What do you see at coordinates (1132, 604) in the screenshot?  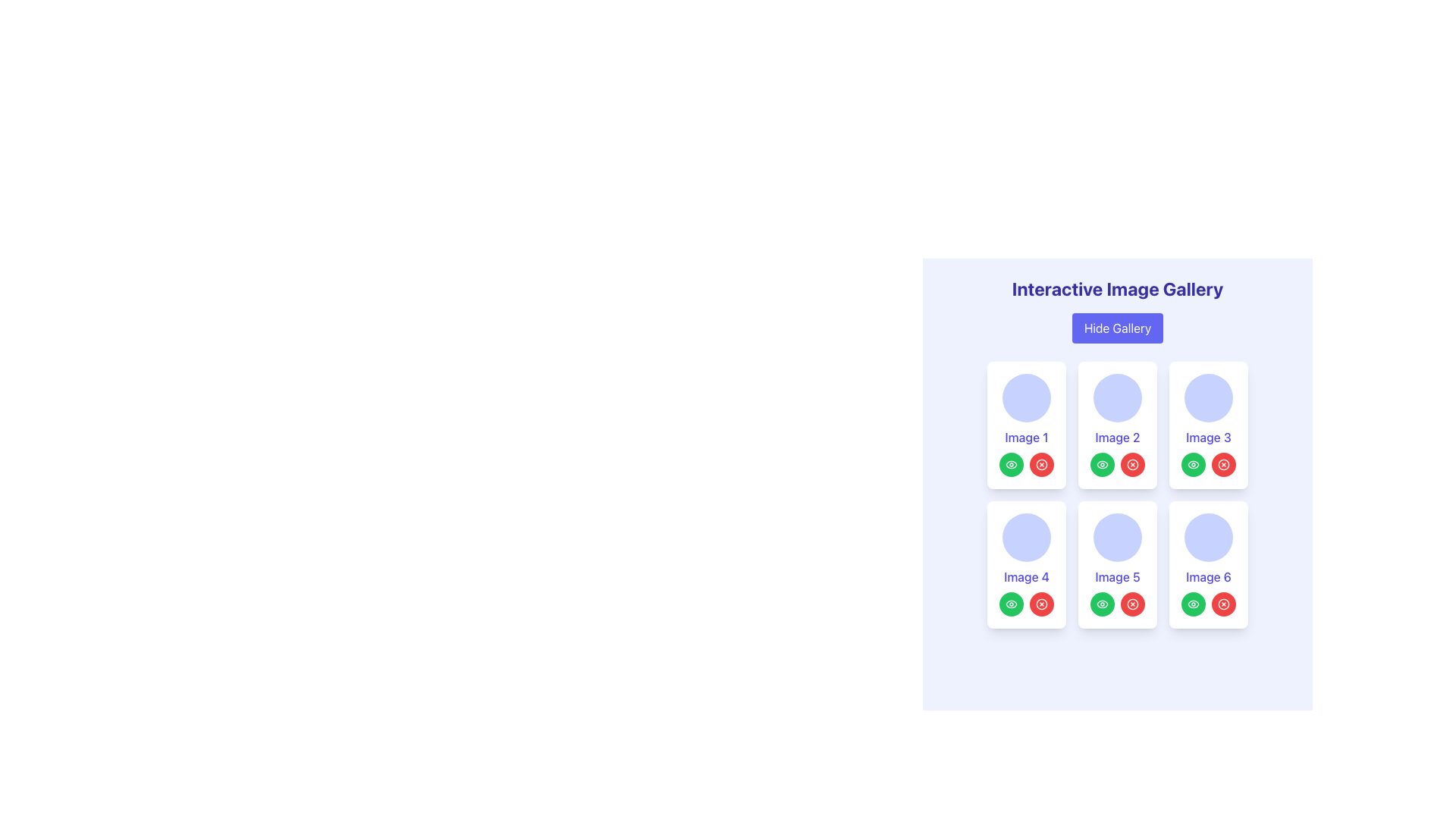 I see `the red circular close button with a white cross symbol located in the bottom row of the grid layout, to the right of the green button` at bounding box center [1132, 604].